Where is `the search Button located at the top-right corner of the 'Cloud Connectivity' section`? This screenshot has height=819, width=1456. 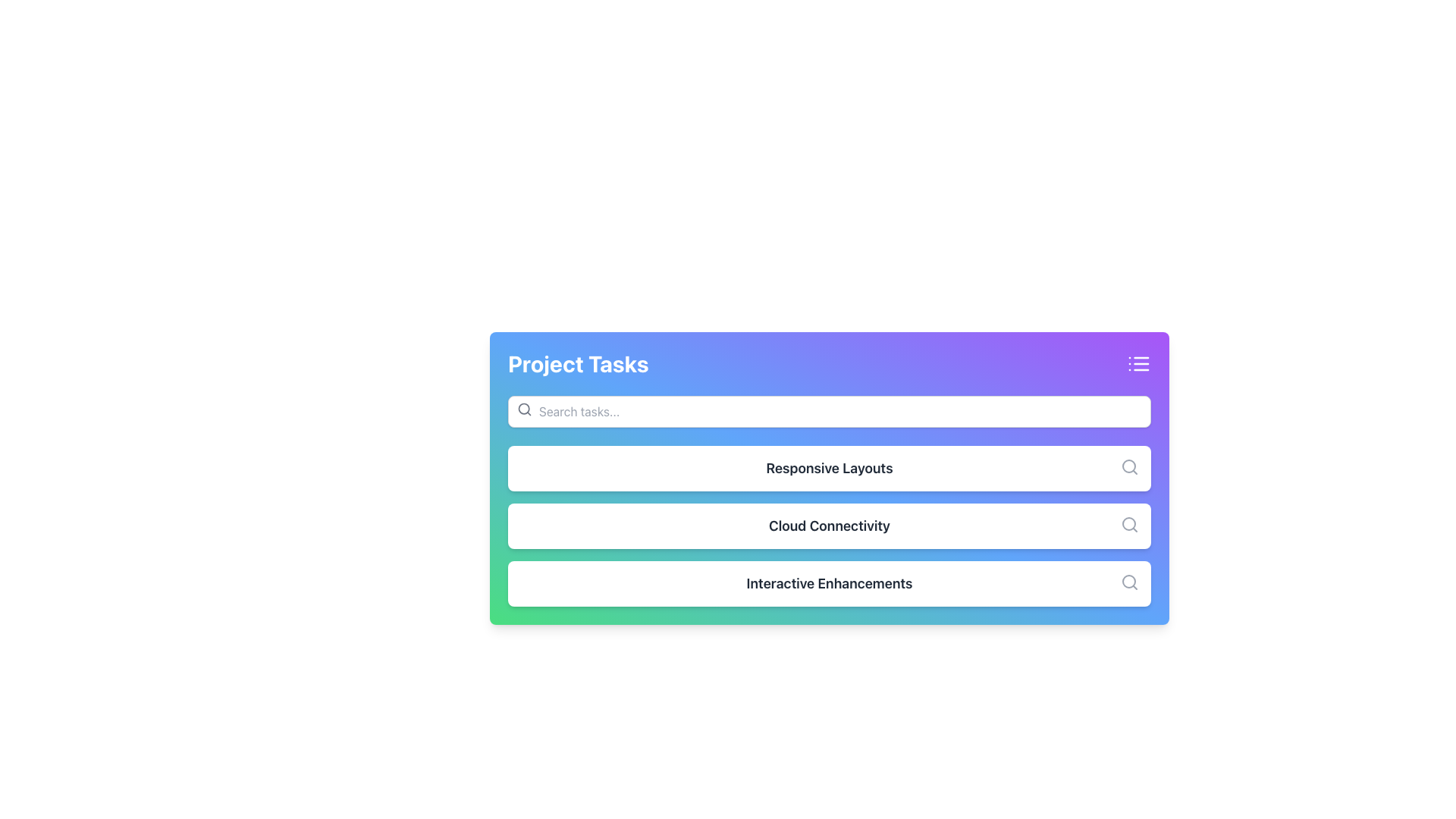 the search Button located at the top-right corner of the 'Cloud Connectivity' section is located at coordinates (1129, 523).